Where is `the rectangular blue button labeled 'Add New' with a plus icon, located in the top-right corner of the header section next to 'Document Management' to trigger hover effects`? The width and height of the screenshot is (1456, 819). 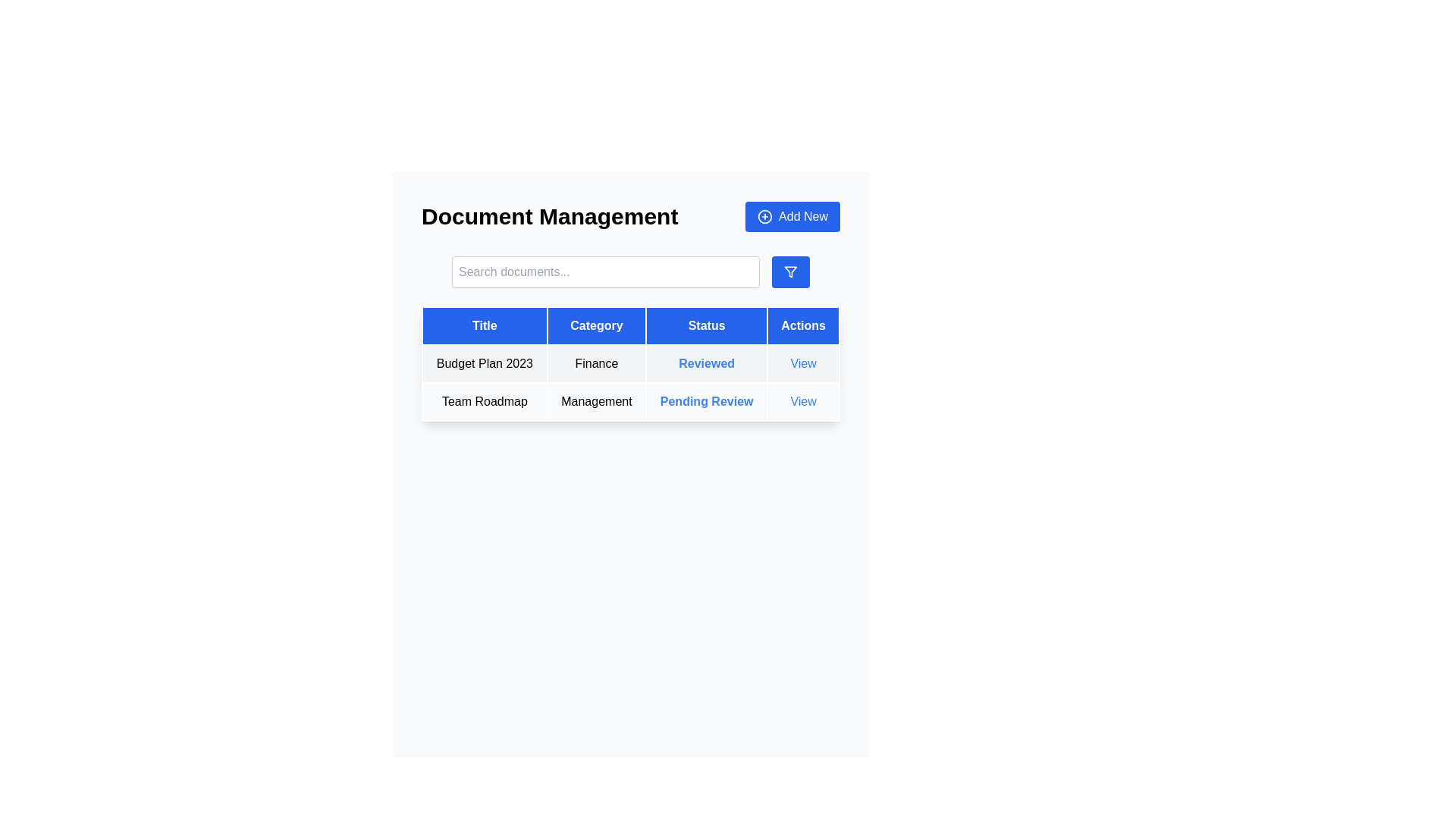
the rectangular blue button labeled 'Add New' with a plus icon, located in the top-right corner of the header section next to 'Document Management' to trigger hover effects is located at coordinates (792, 216).